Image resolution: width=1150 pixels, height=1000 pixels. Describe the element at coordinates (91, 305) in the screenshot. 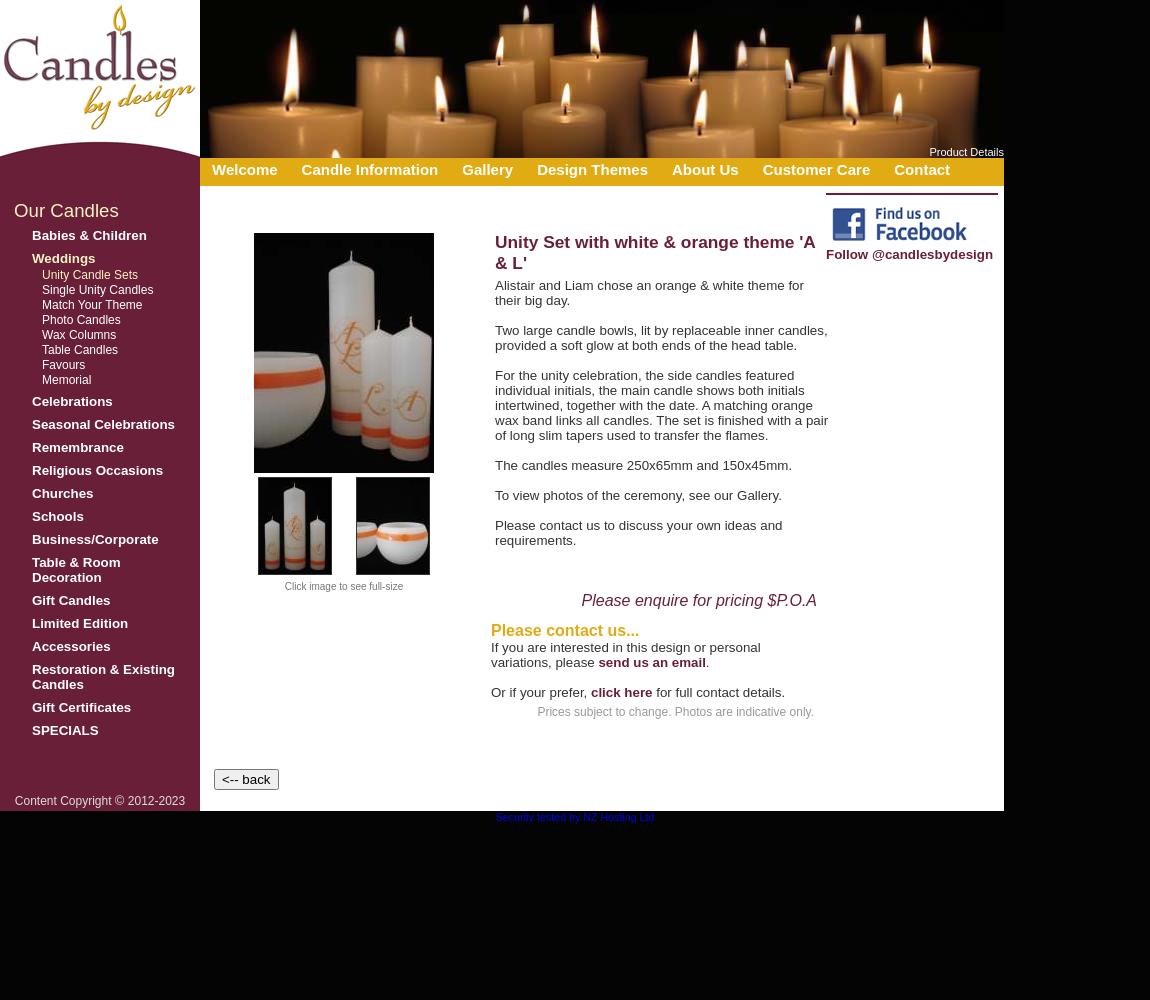

I see `'Match Your Theme'` at that location.